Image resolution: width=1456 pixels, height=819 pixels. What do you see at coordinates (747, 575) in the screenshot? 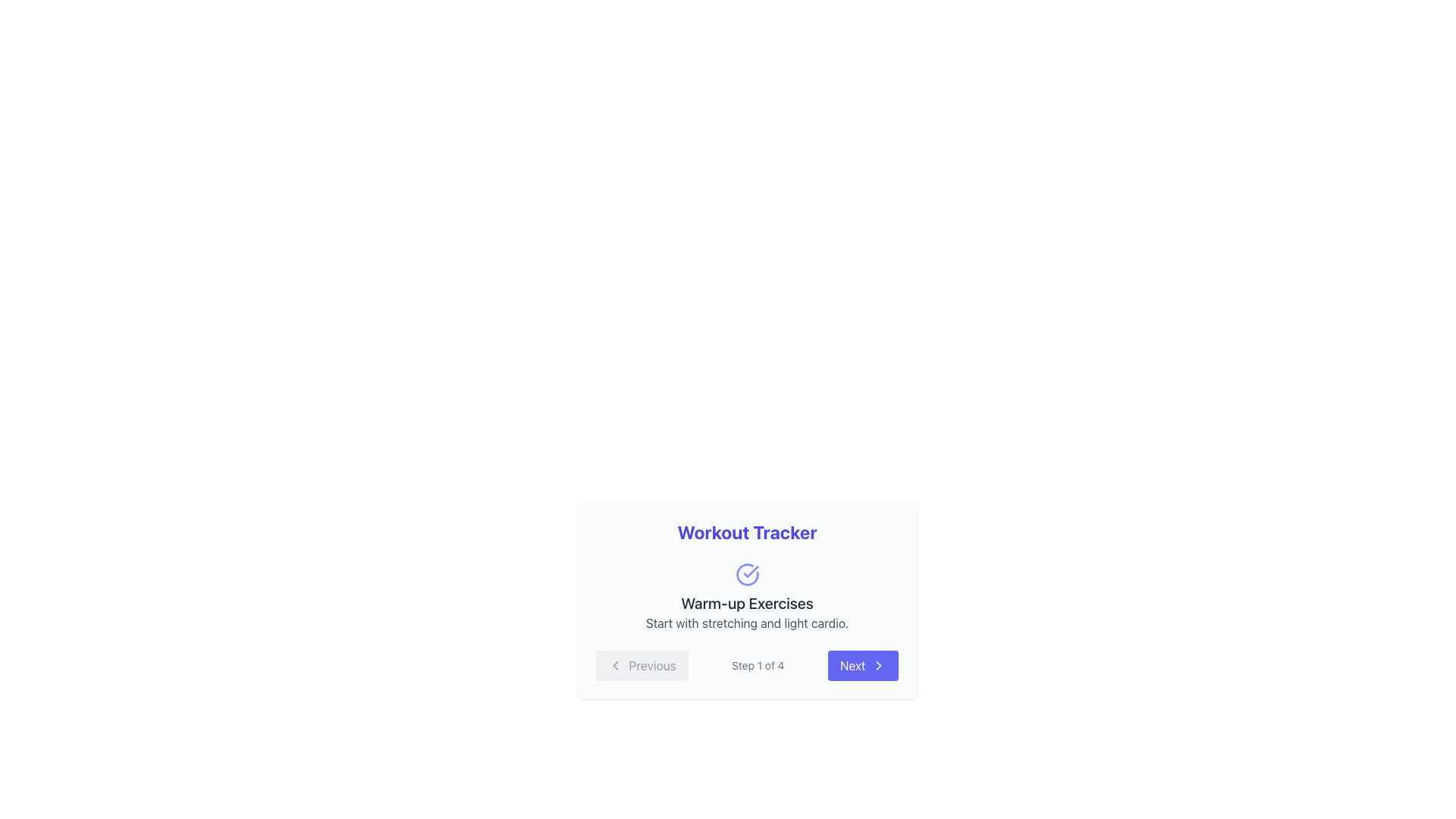
I see `the circular check mark icon with a light indigo color, which is centrally aligned above the 'Warm-up Exercises' title and below the 'Workout Tracker' heading` at bounding box center [747, 575].